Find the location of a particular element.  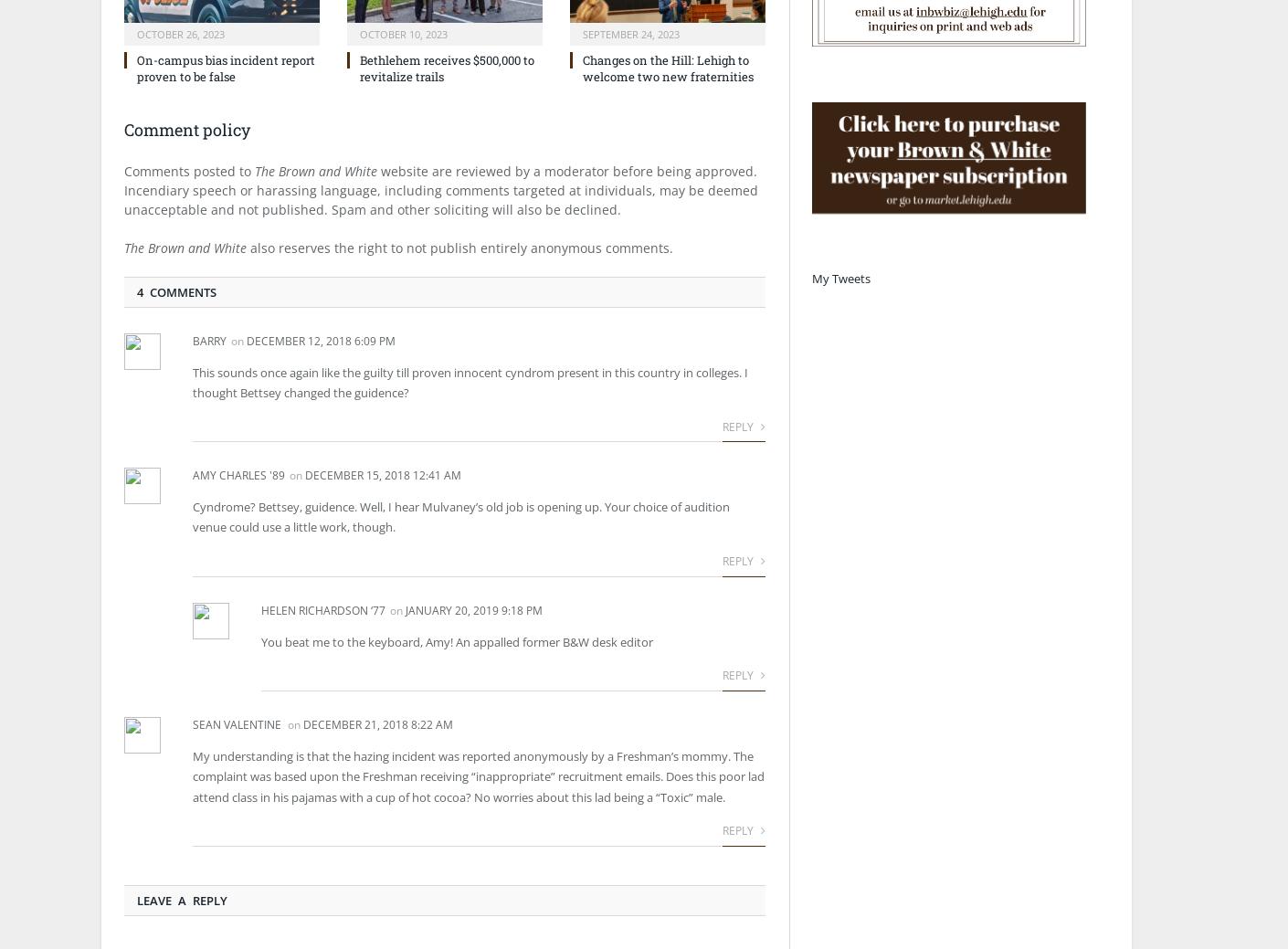

'Amy Charles '89' is located at coordinates (238, 475).